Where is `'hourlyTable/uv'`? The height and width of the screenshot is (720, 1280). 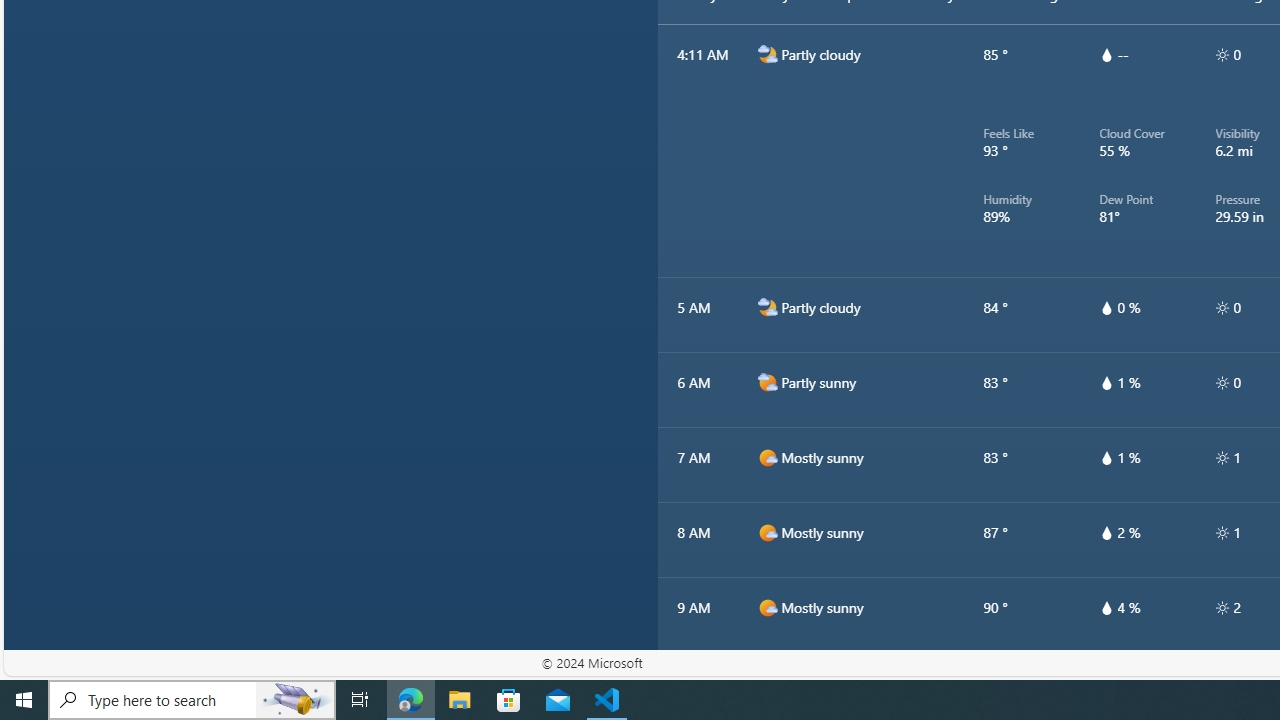
'hourlyTable/uv' is located at coordinates (1221, 607).